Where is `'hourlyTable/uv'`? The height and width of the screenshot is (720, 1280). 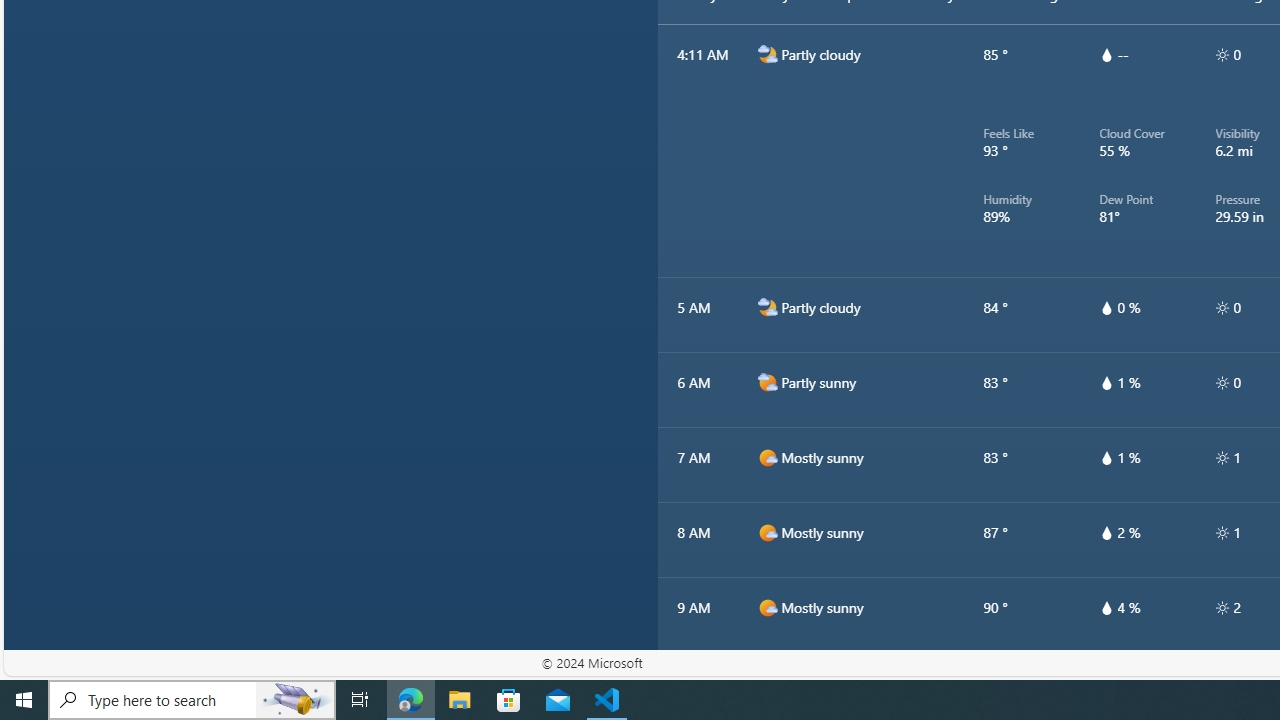
'hourlyTable/uv' is located at coordinates (1221, 607).